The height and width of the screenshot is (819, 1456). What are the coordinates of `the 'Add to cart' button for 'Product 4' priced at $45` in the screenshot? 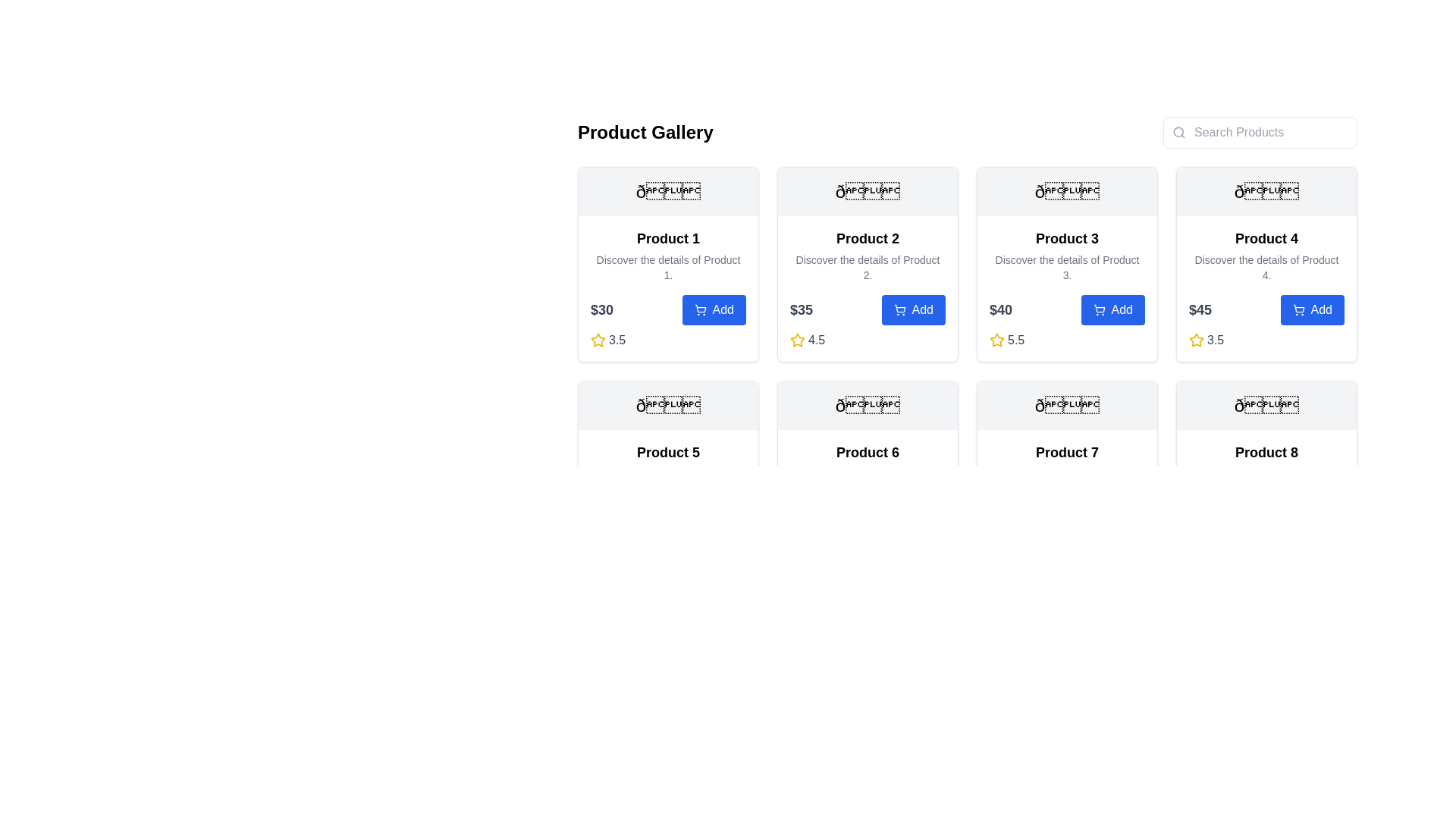 It's located at (1266, 309).